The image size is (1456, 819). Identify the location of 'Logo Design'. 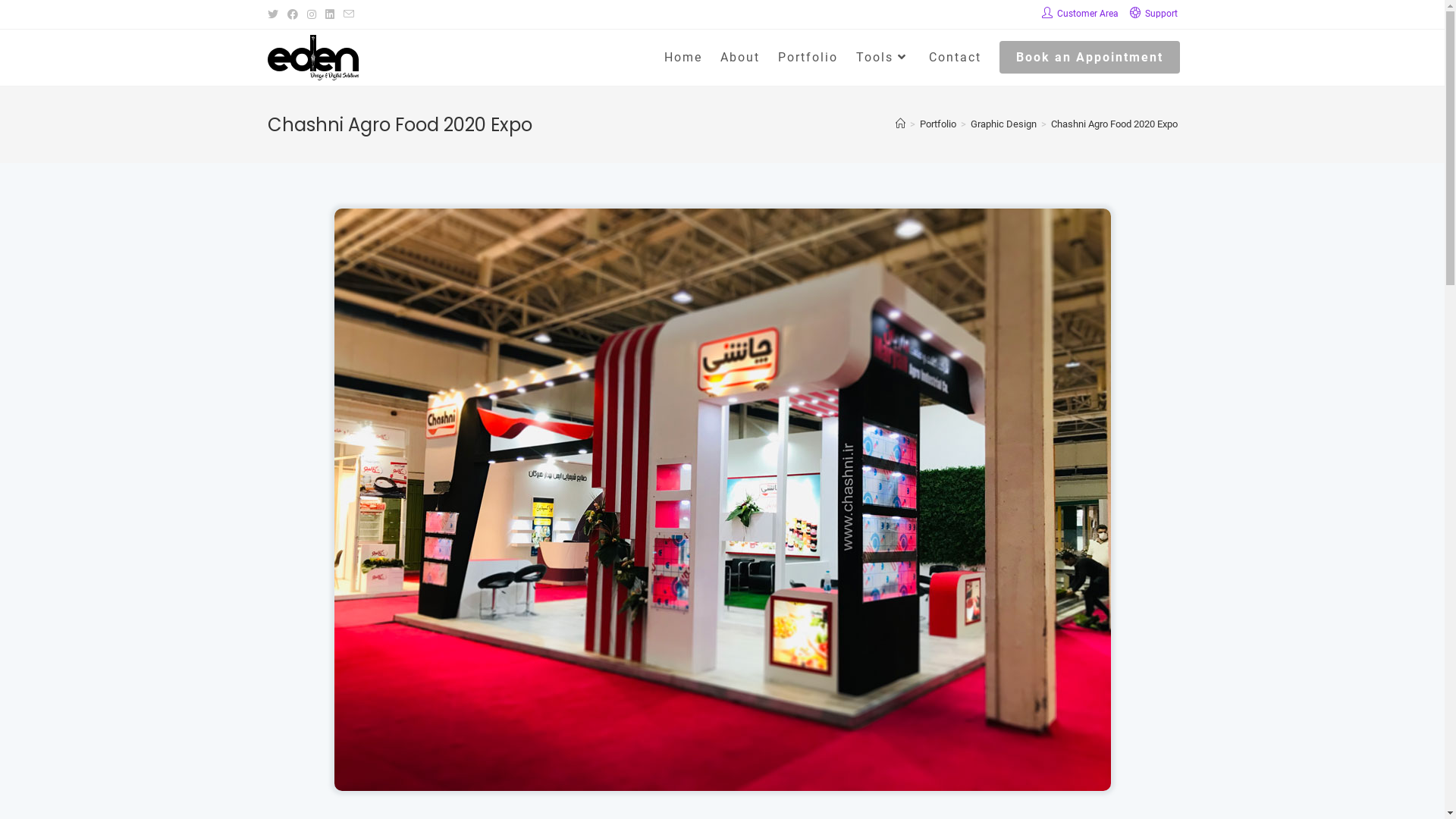
(506, 516).